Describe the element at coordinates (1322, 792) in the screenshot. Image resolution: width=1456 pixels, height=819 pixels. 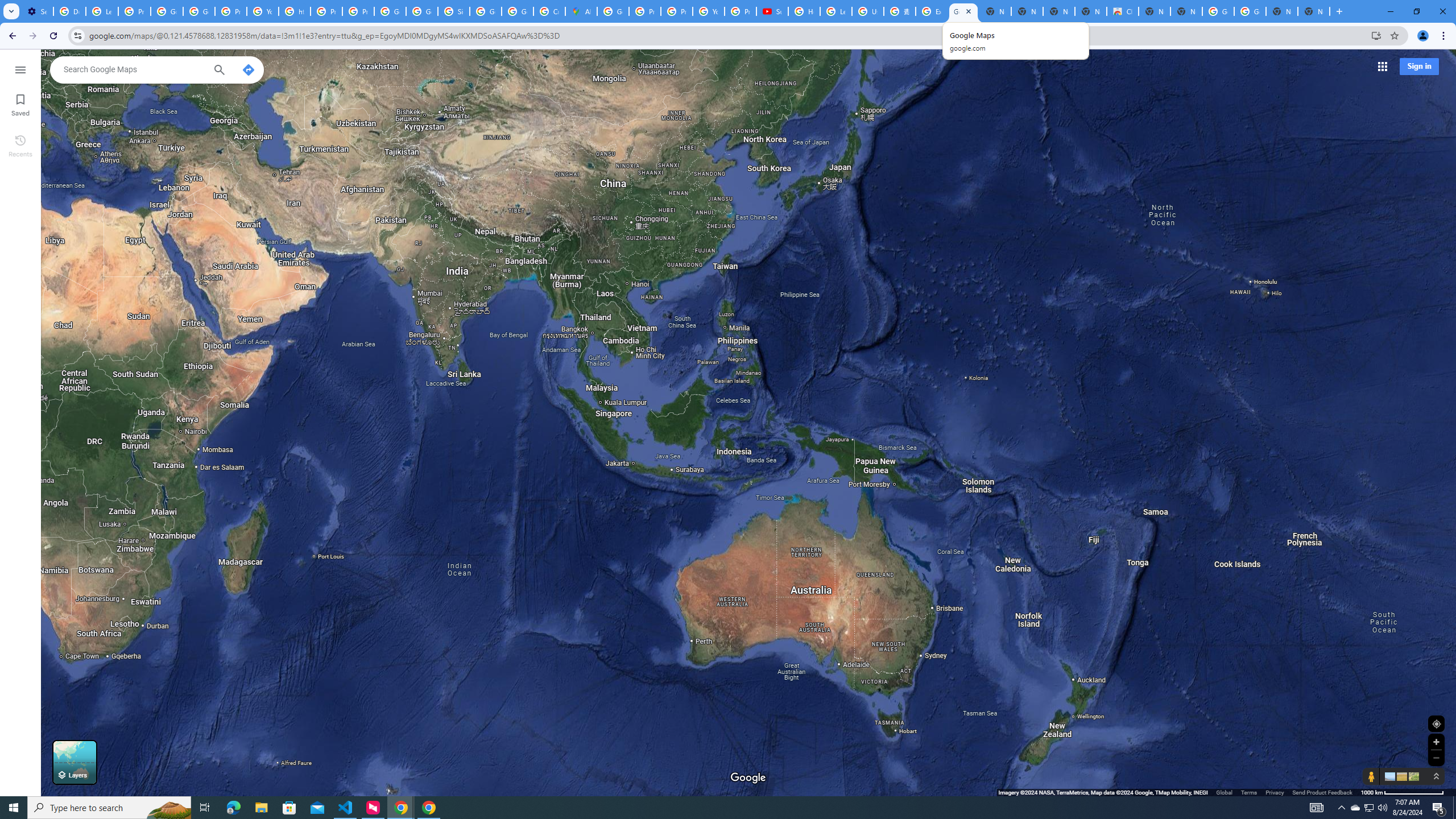
I see `'Send Product Feedback'` at that location.